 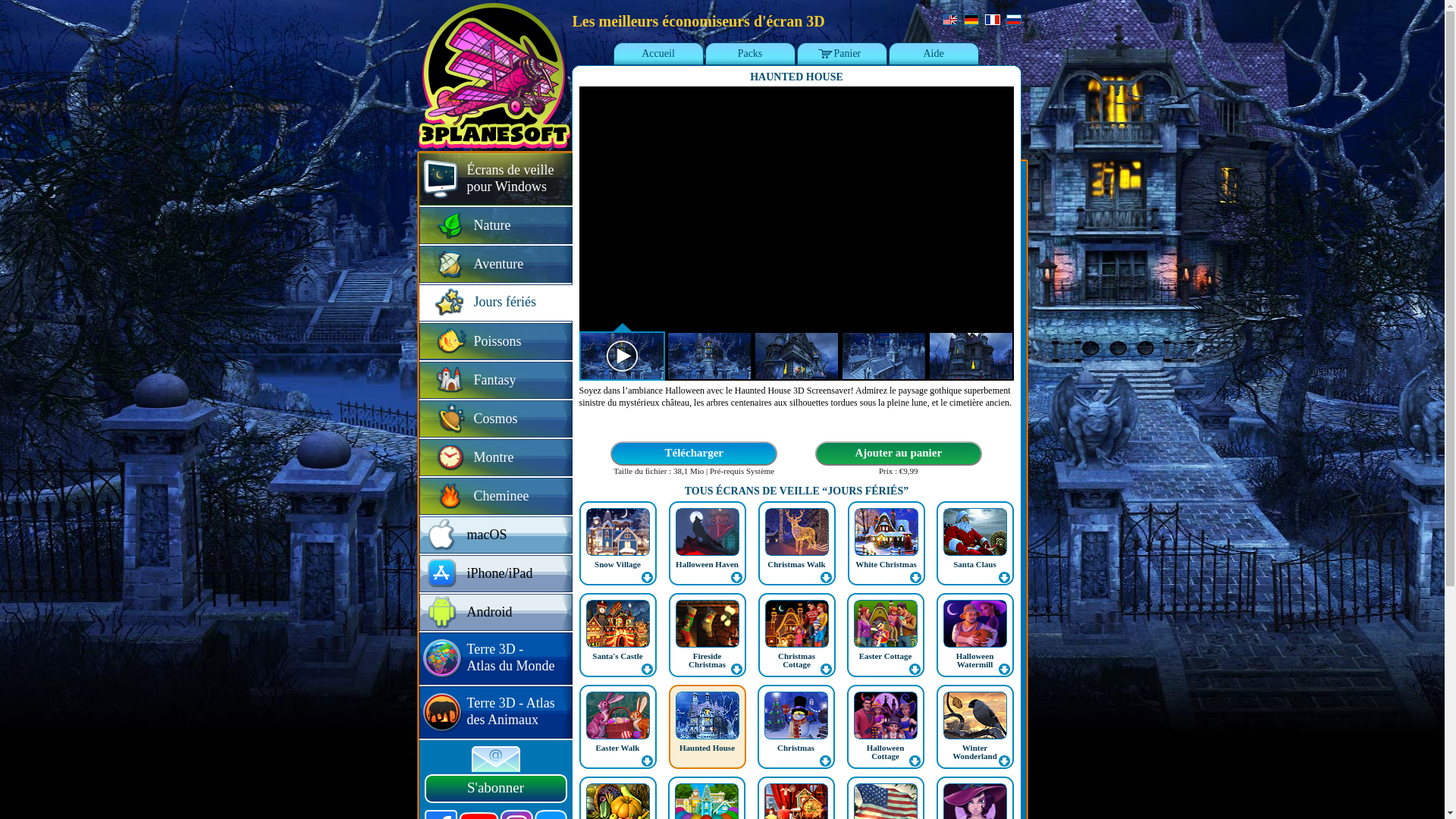 What do you see at coordinates (494, 264) in the screenshot?
I see `'Aventure'` at bounding box center [494, 264].